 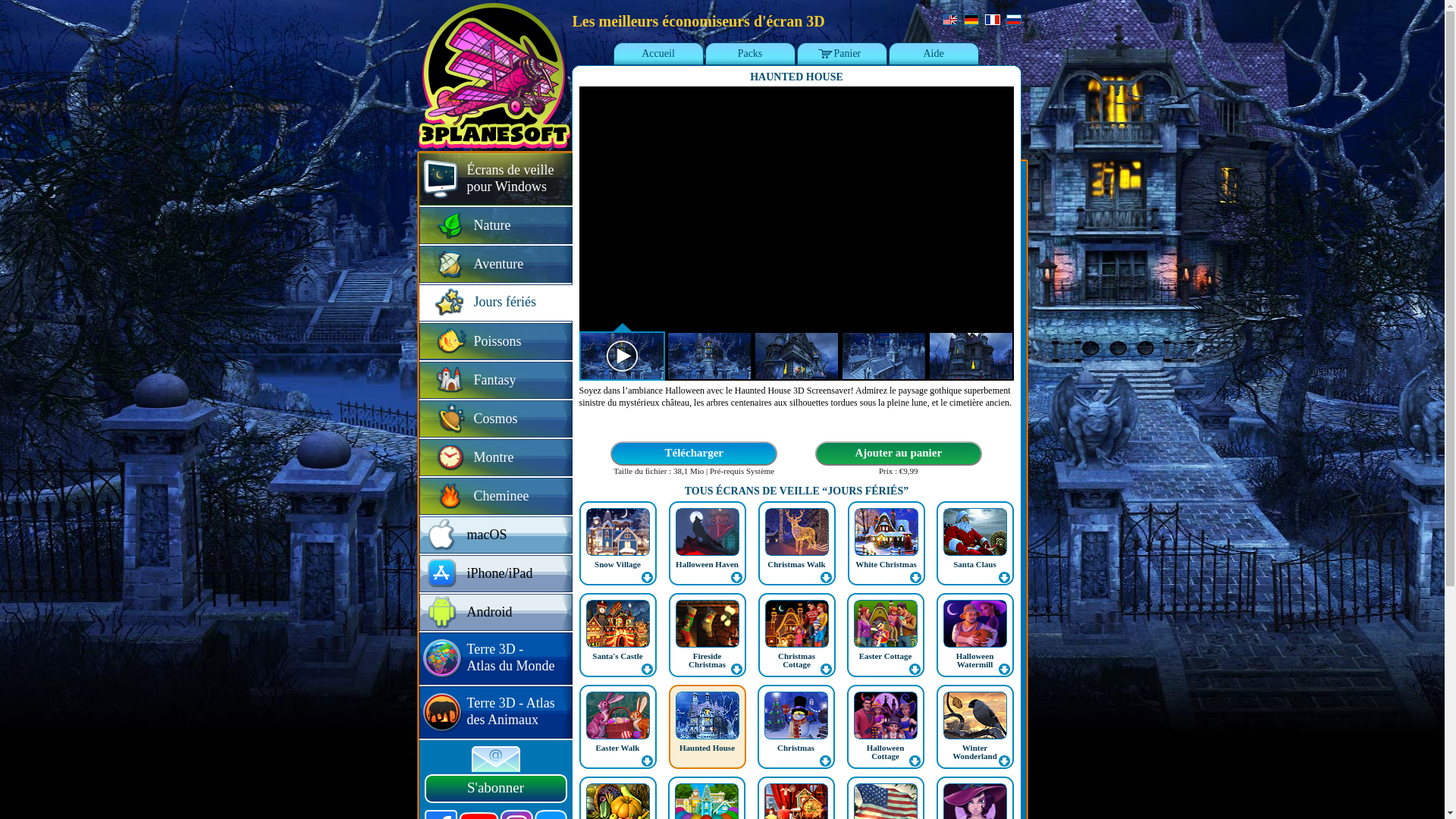 What do you see at coordinates (494, 264) in the screenshot?
I see `'Aventure'` at bounding box center [494, 264].